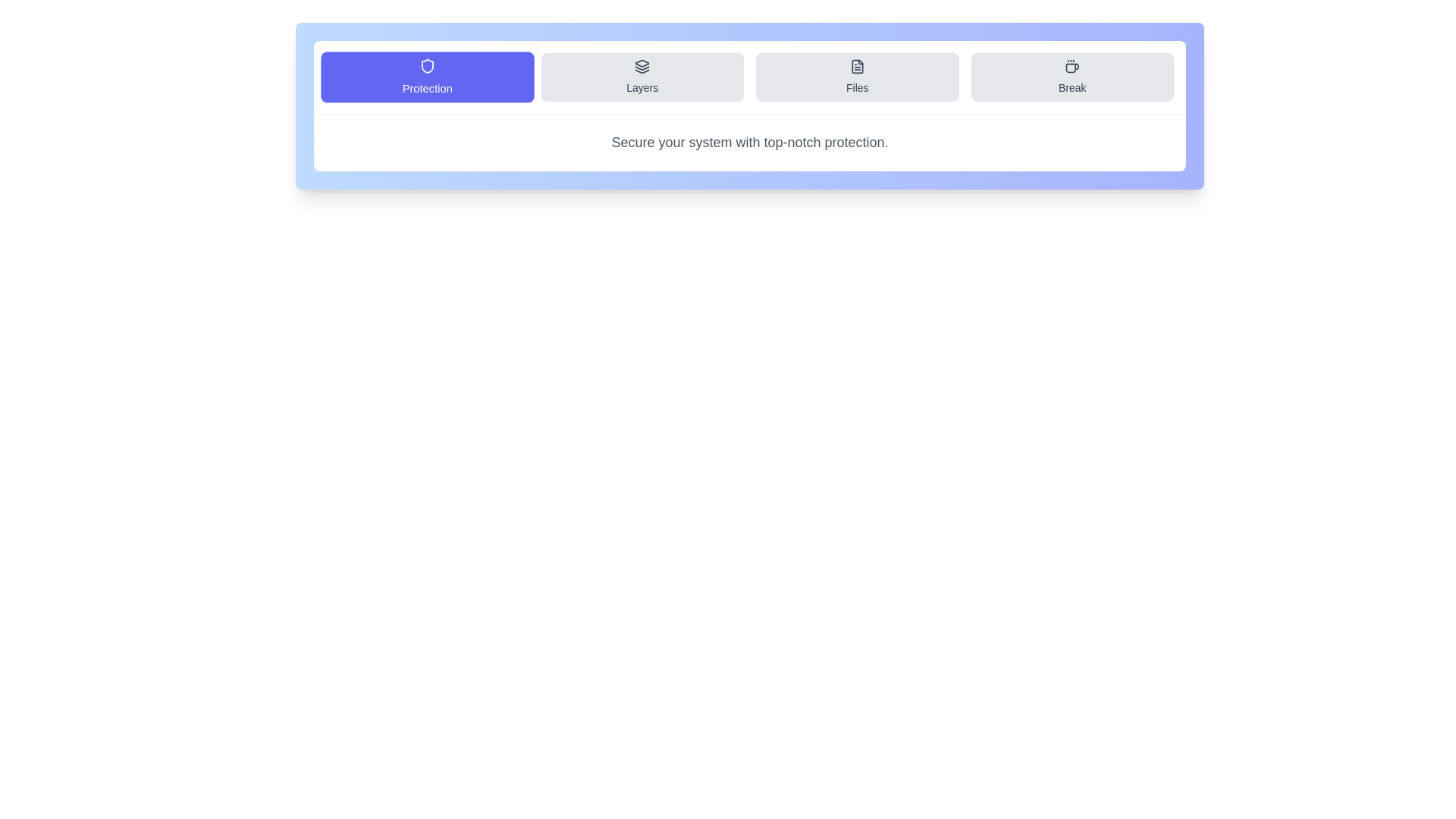  What do you see at coordinates (857, 66) in the screenshot?
I see `the icon of the Files tab` at bounding box center [857, 66].